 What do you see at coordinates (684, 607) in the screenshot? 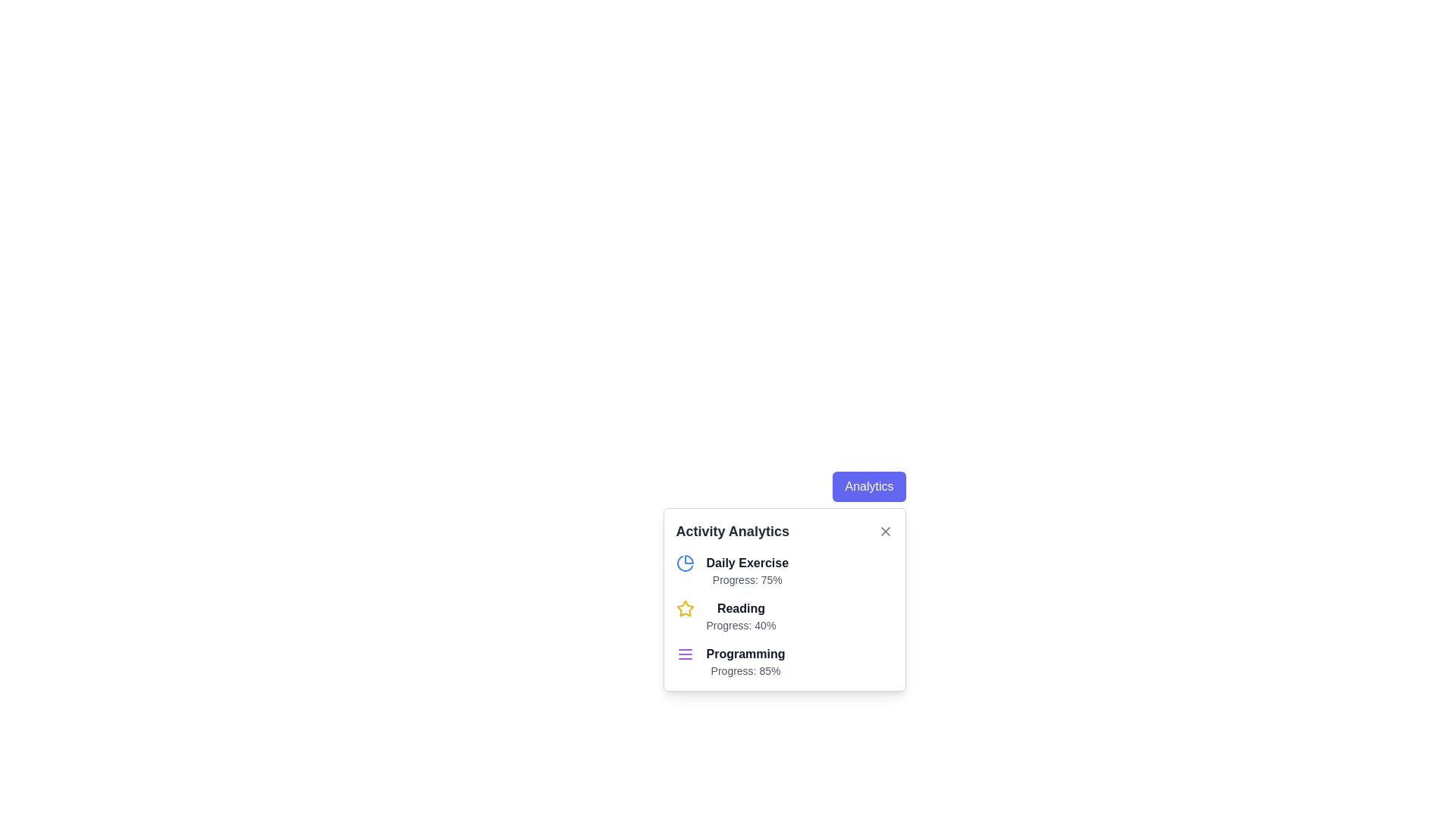
I see `the interactive yellow star icon located in the second row of the analytics panel, which corresponds to the 'Reading' activity progress title` at bounding box center [684, 607].